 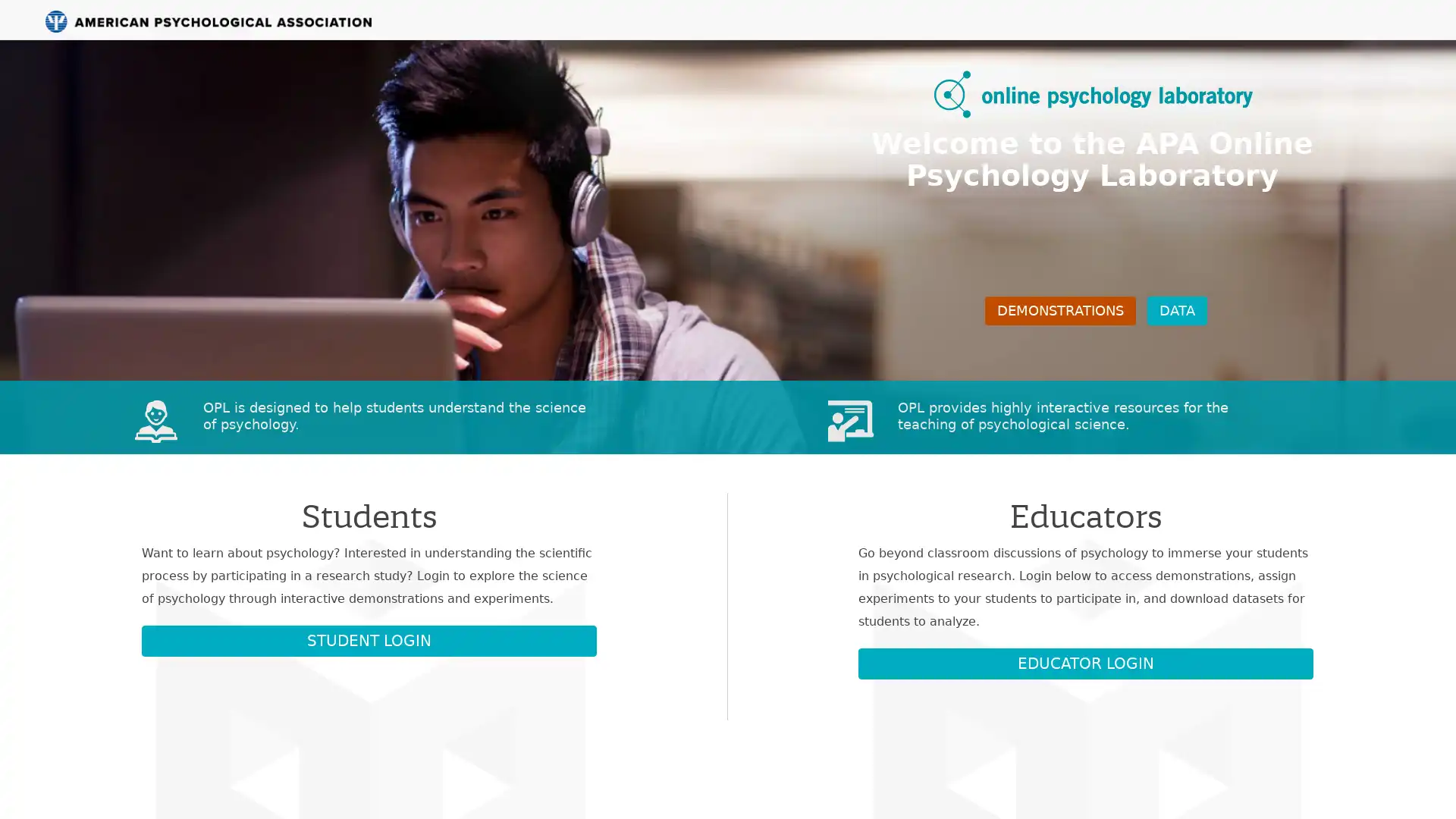 I want to click on Getting Started, so click(x=1244, y=15).